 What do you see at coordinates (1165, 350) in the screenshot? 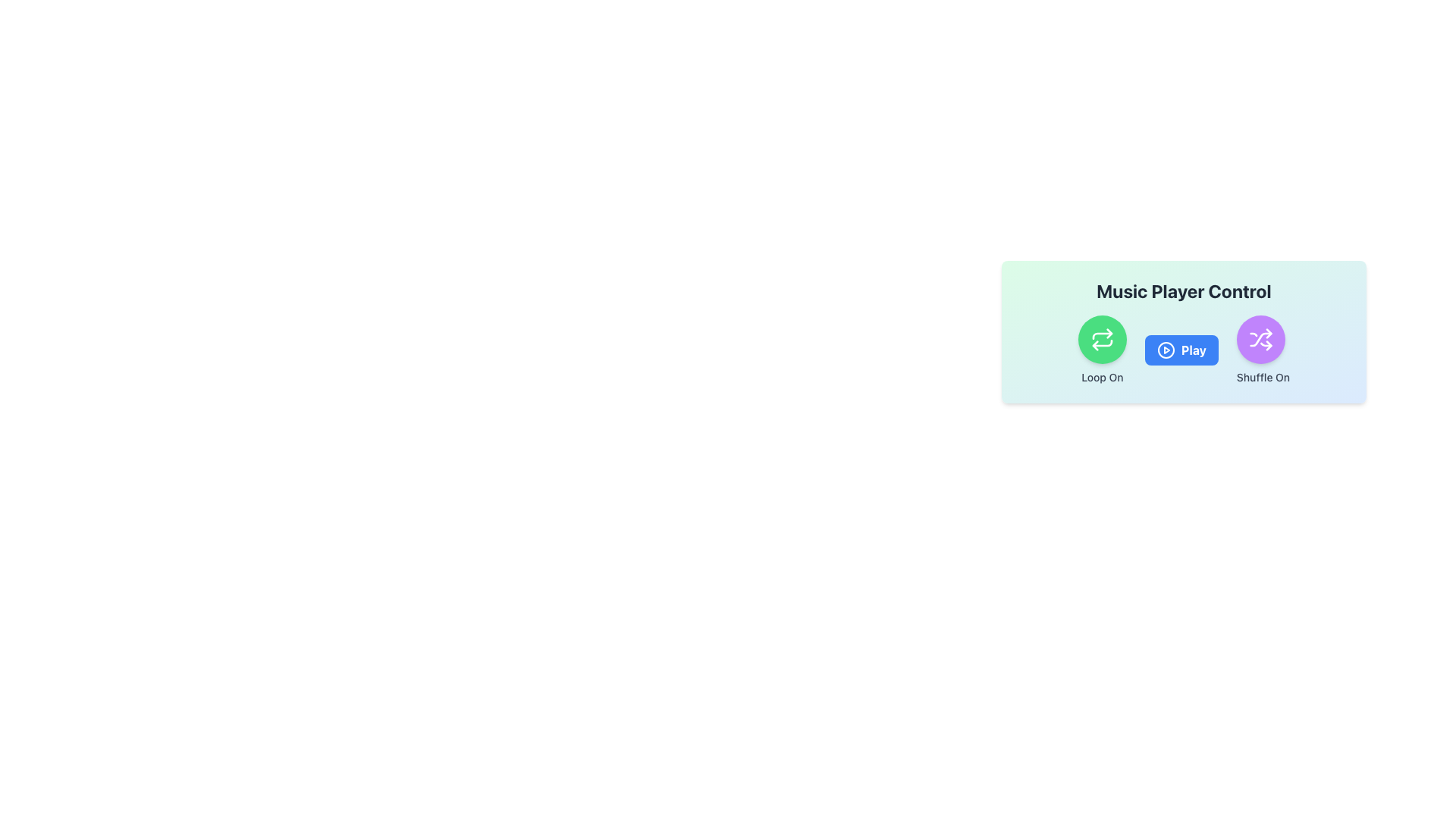
I see `the play icon located inside the blue 'Play' button in the Music Player Control section` at bounding box center [1165, 350].